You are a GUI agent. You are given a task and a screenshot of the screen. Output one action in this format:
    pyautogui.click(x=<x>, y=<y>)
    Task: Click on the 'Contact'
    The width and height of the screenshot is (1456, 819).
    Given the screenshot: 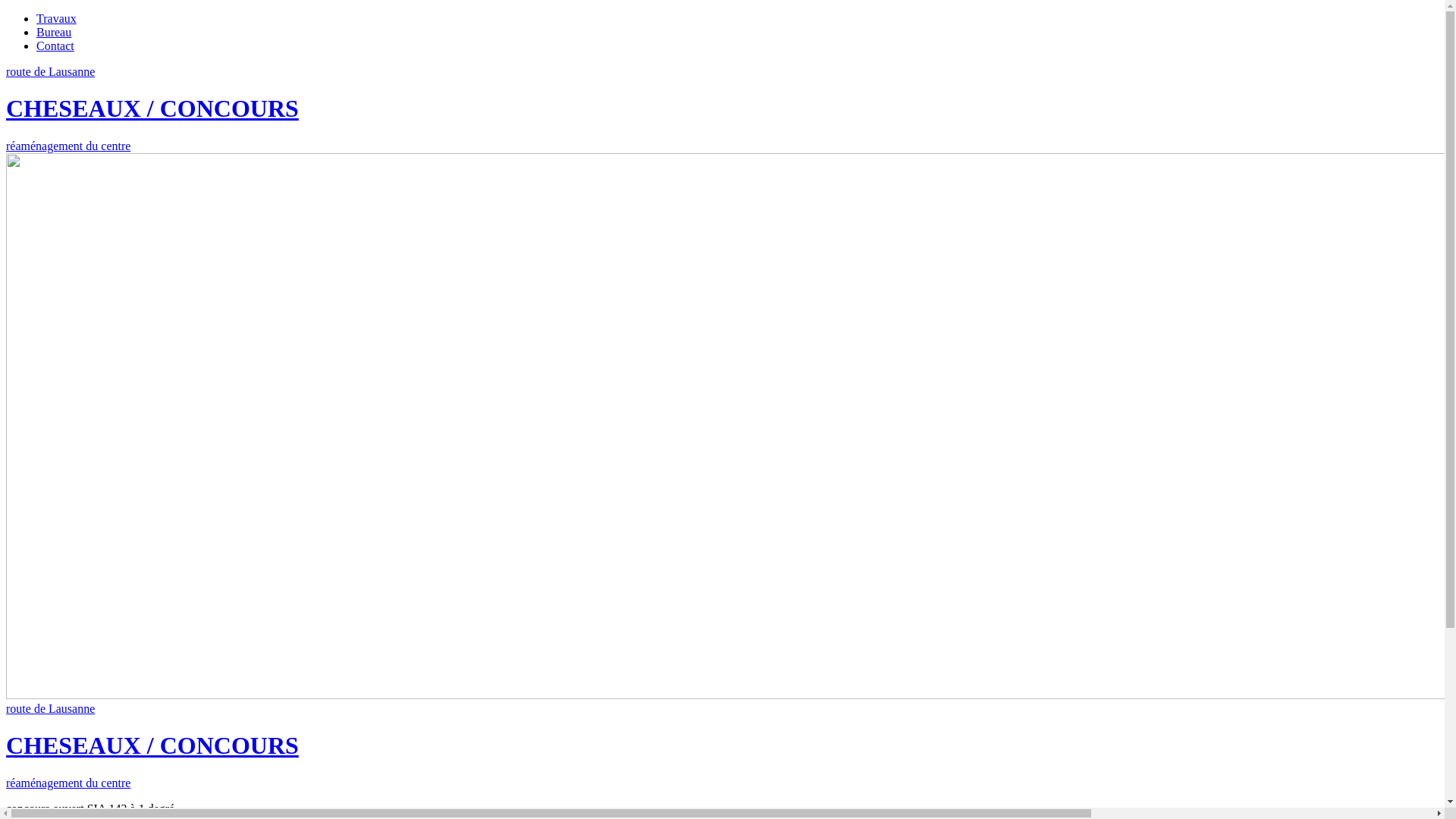 What is the action you would take?
    pyautogui.click(x=55, y=45)
    